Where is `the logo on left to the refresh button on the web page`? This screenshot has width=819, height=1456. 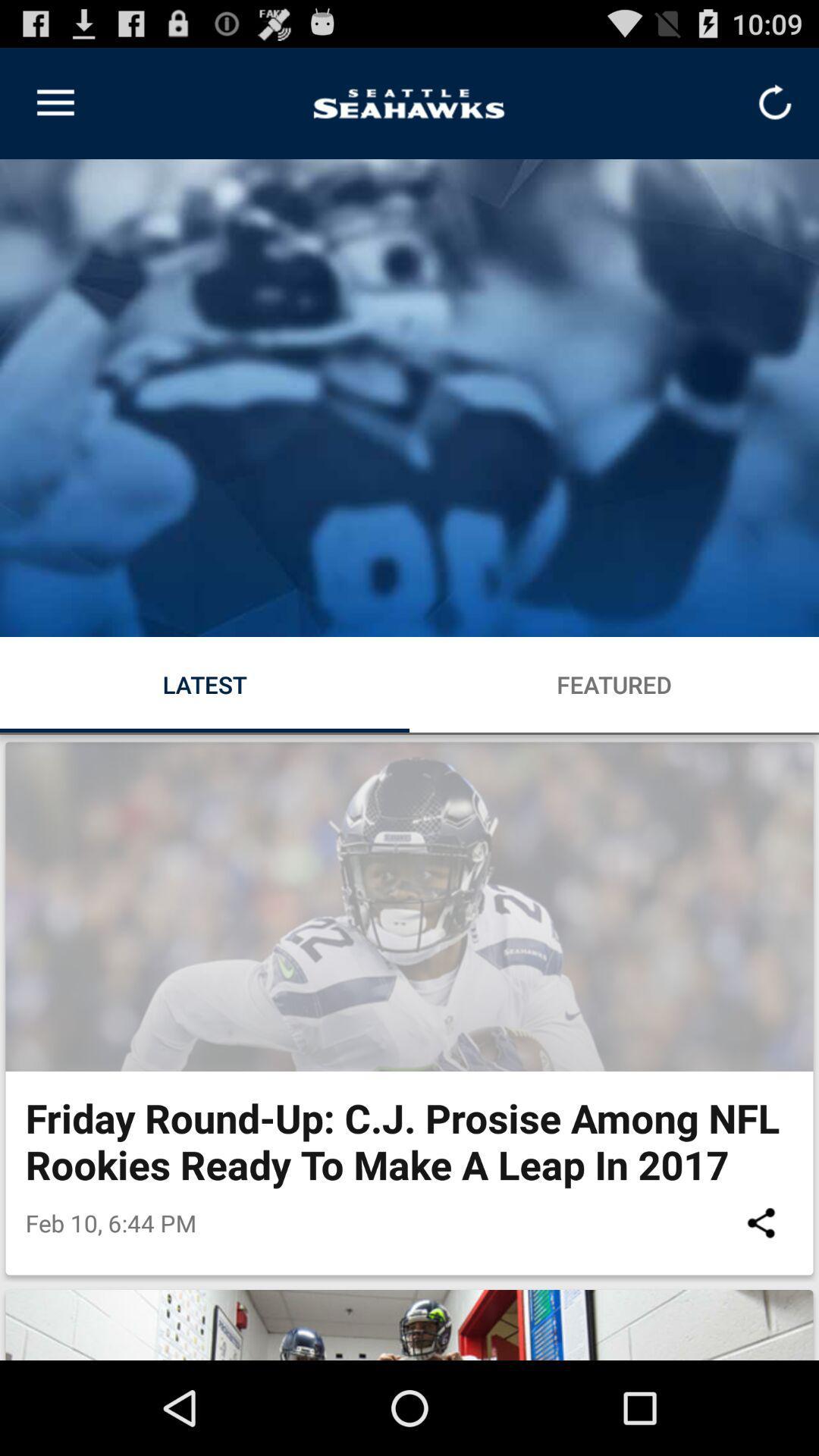 the logo on left to the refresh button on the web page is located at coordinates (409, 102).